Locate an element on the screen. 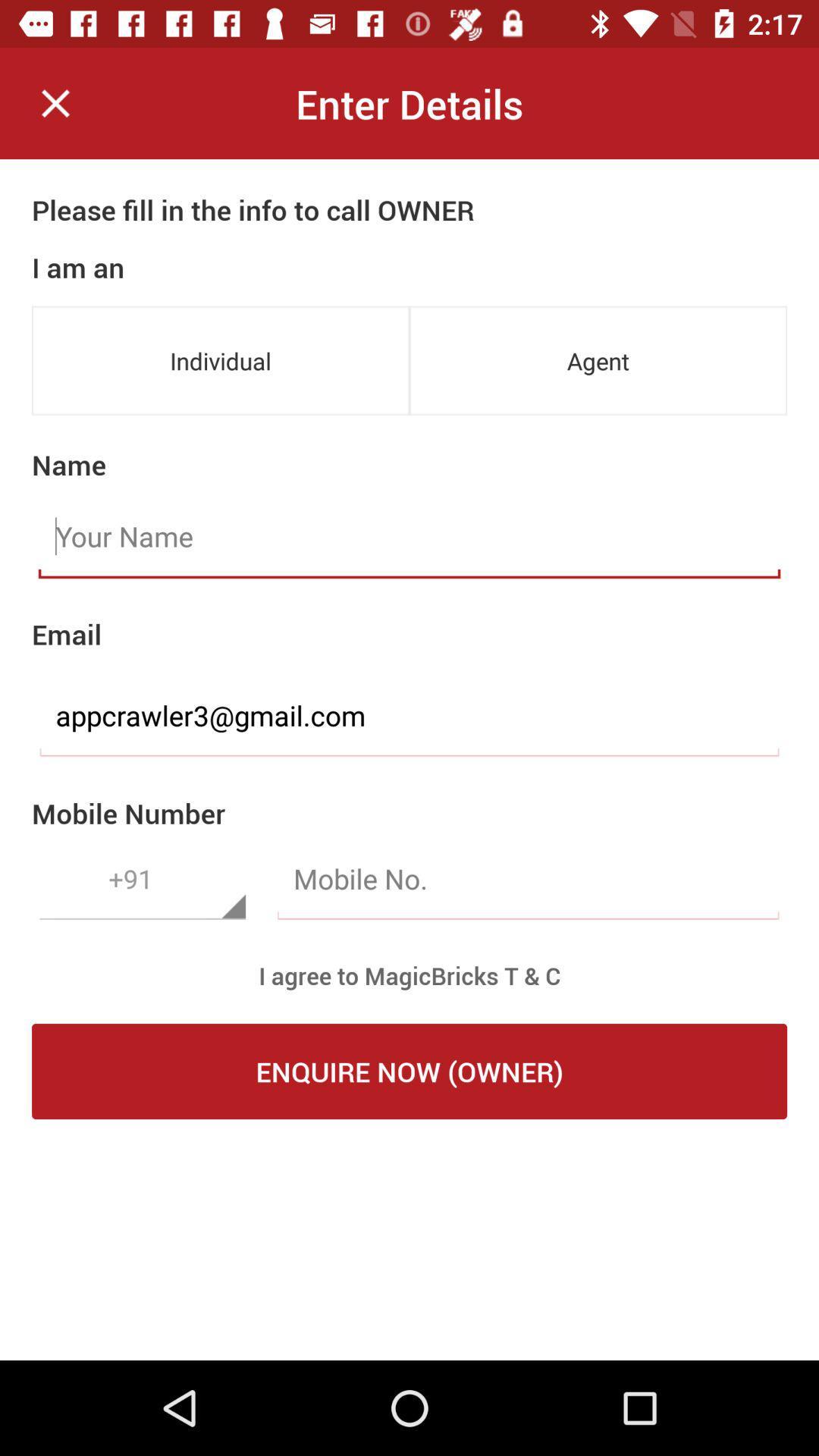 This screenshot has width=819, height=1456. the item to the left of enter details item is located at coordinates (55, 102).